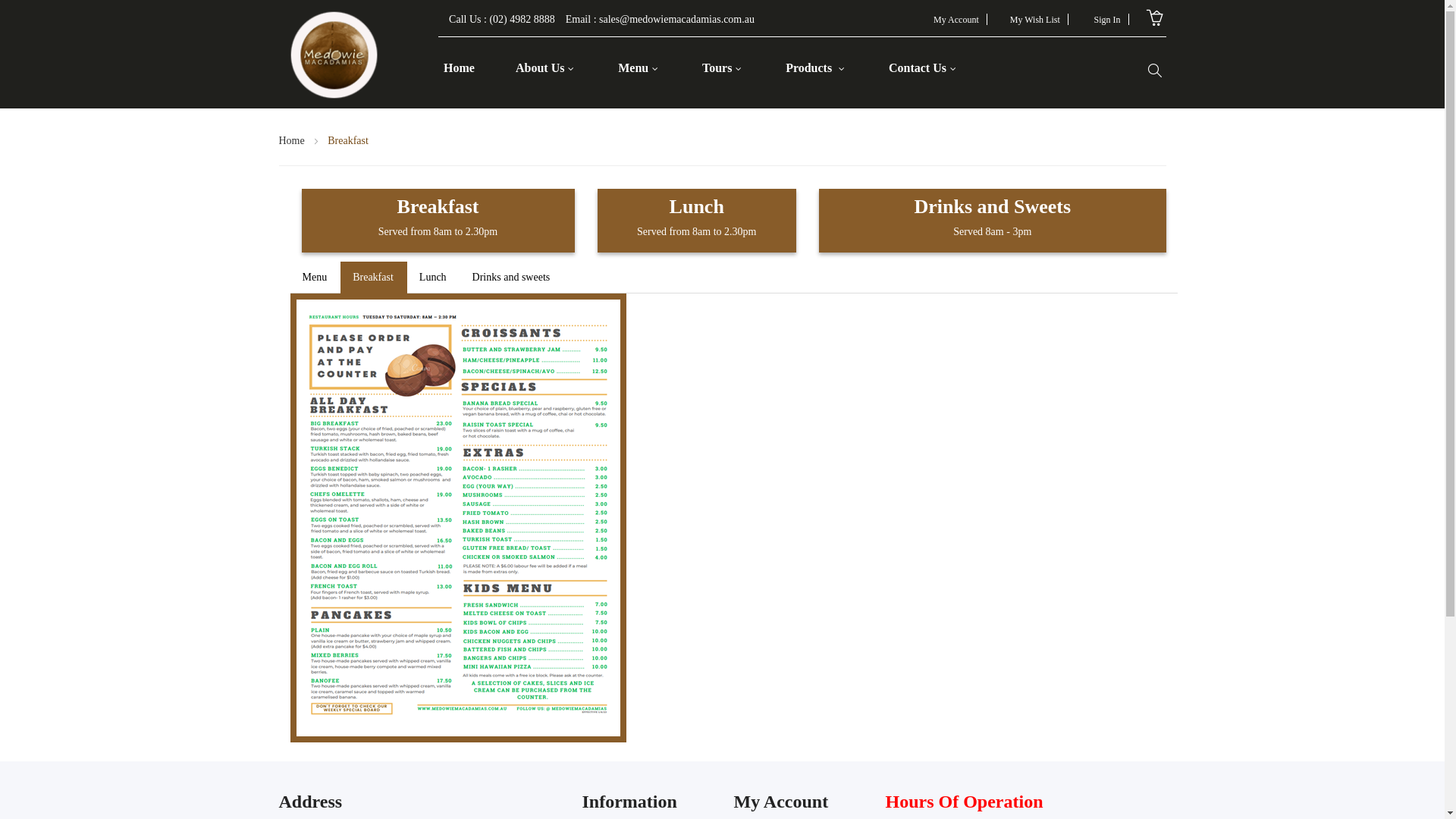 The height and width of the screenshot is (819, 1456). I want to click on 'My Wish List', so click(1034, 20).